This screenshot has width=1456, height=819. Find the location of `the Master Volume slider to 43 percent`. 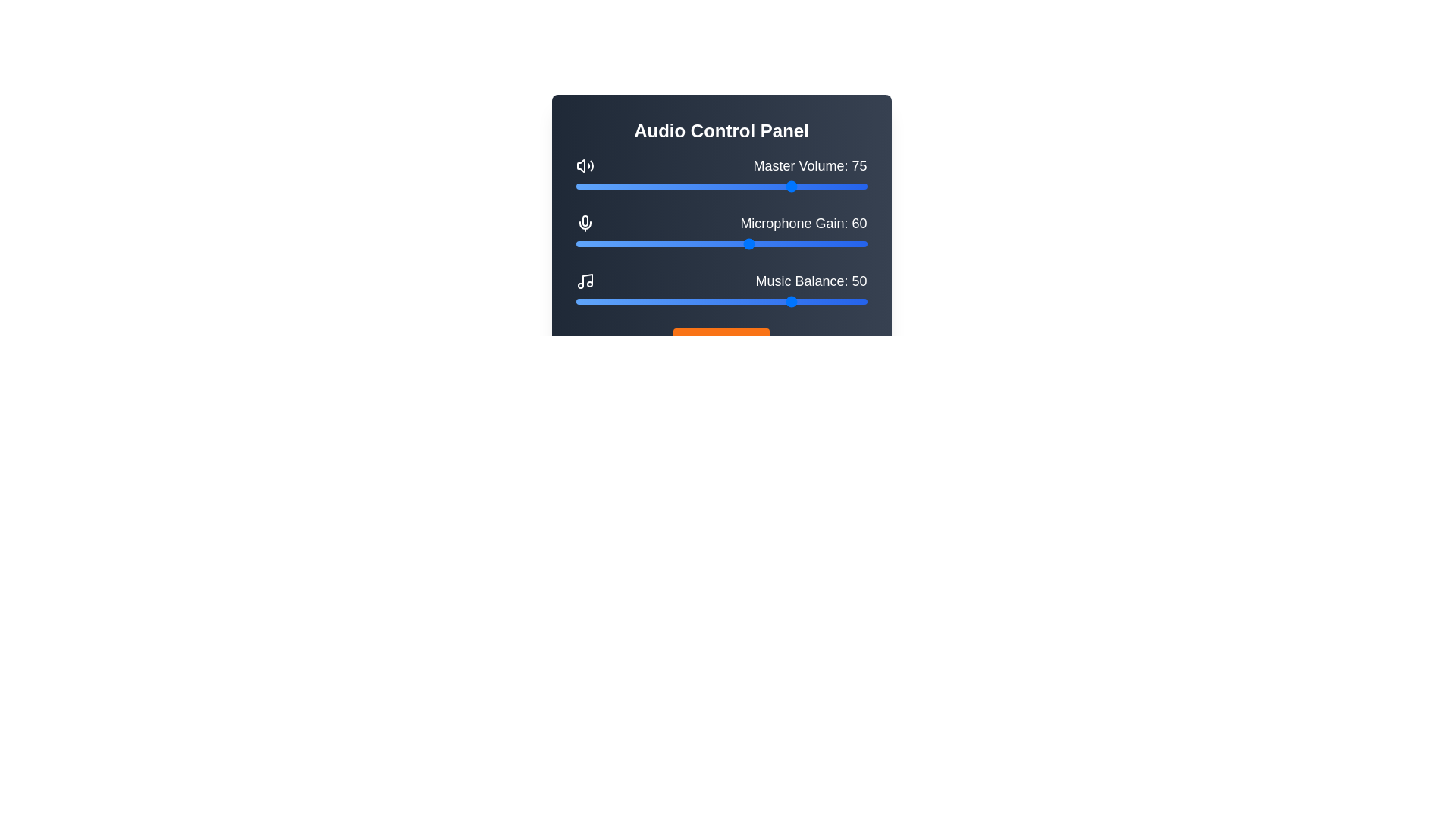

the Master Volume slider to 43 percent is located at coordinates (700, 186).